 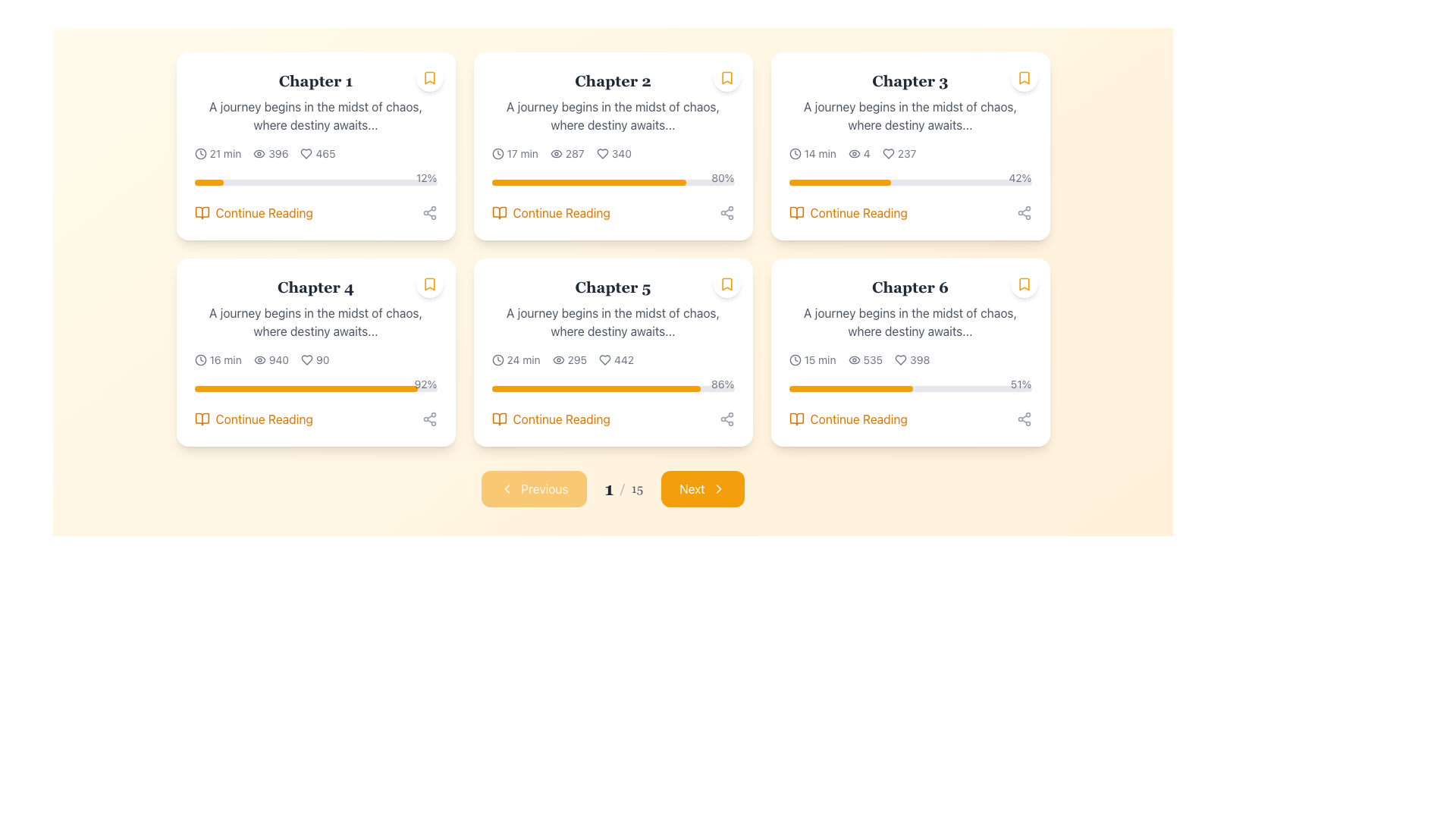 What do you see at coordinates (534, 488) in the screenshot?
I see `the 'Previous' button, which is a rectangular button with rounded corners, amber background, and white text located at the bottom section of the layout` at bounding box center [534, 488].